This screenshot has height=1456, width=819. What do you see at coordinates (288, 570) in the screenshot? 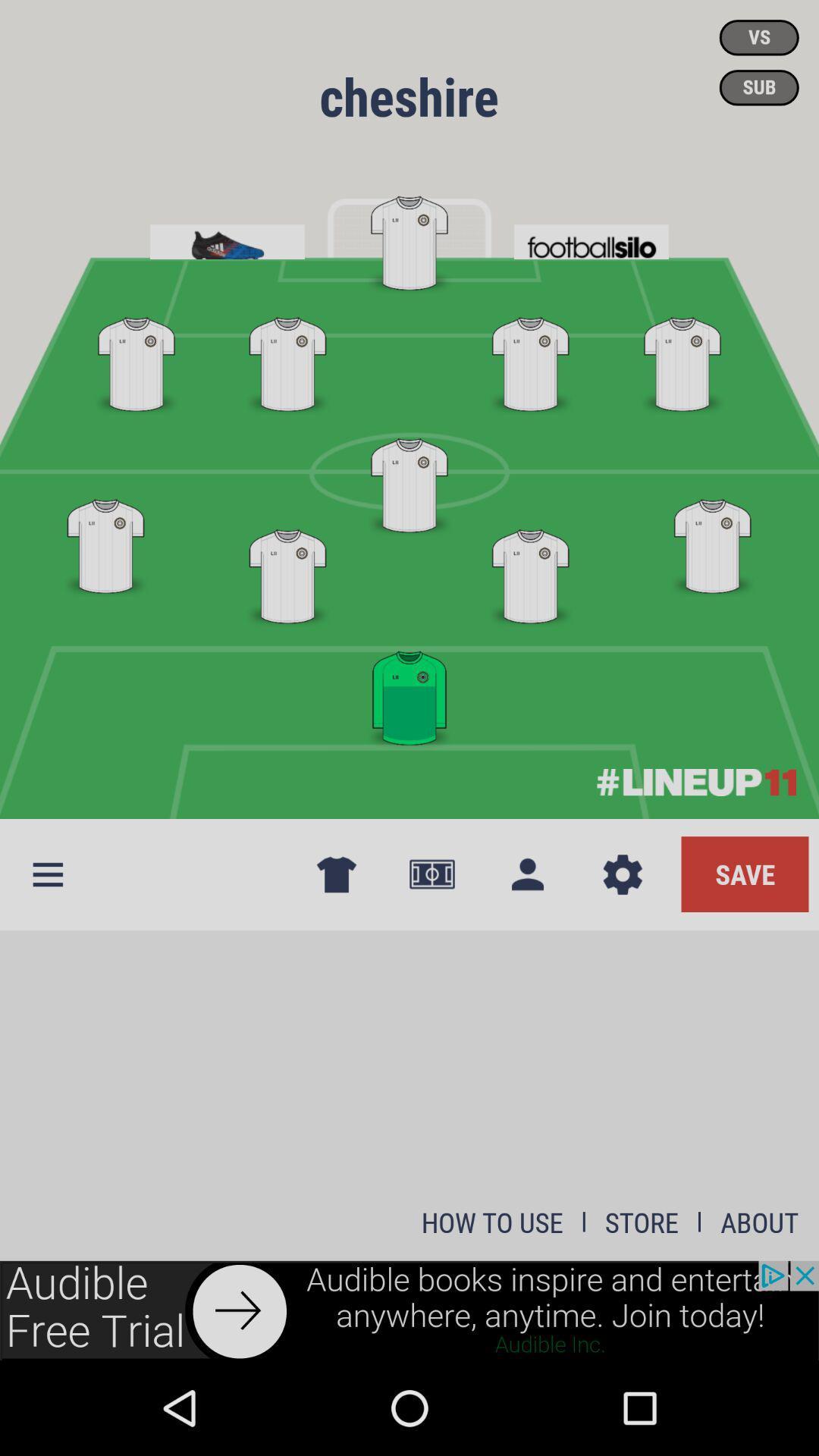
I see `the first white shirt which is left to green shirt` at bounding box center [288, 570].